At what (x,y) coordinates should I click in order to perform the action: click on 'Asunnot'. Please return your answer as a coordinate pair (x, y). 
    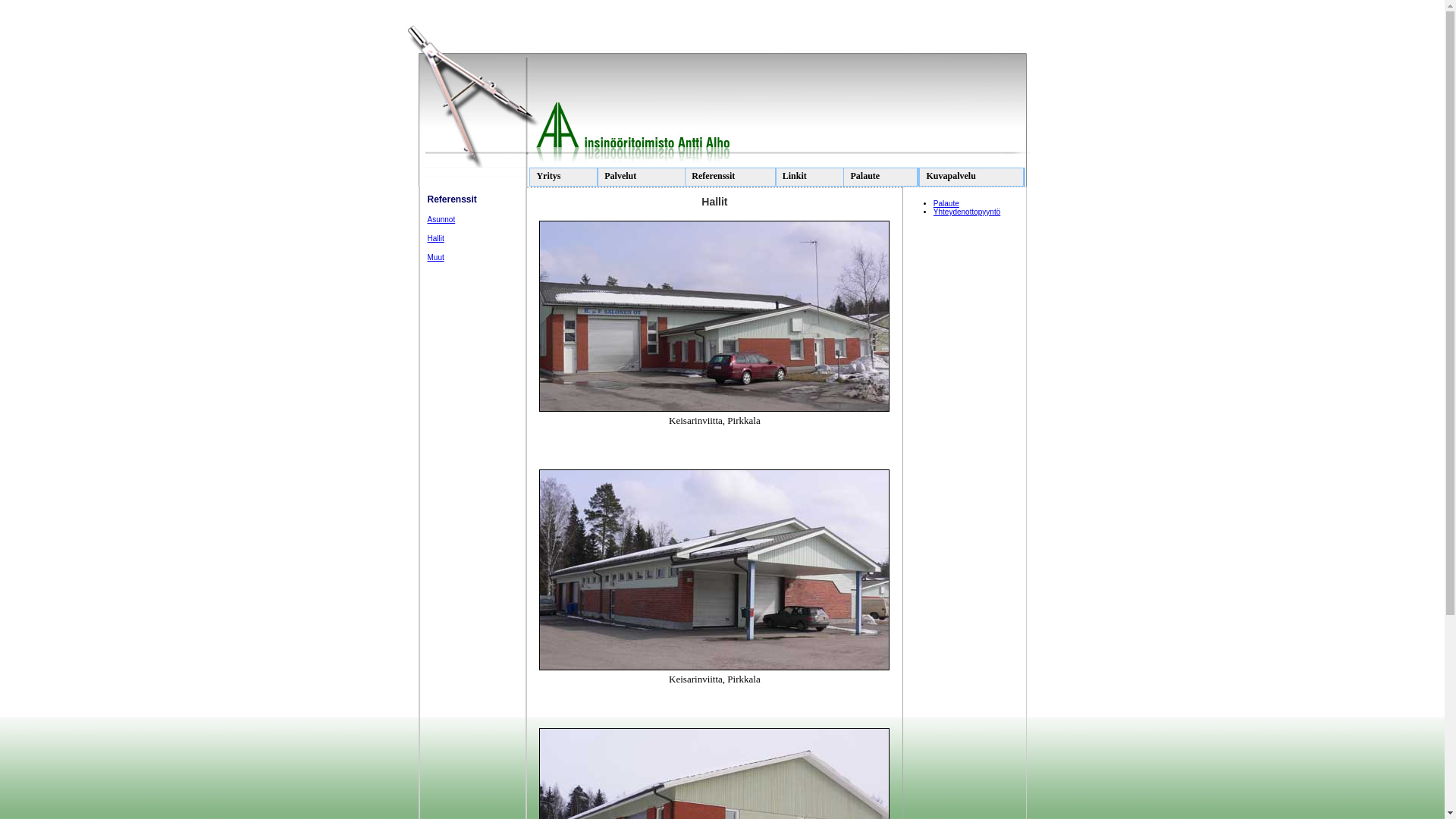
    Looking at the image, I should click on (427, 219).